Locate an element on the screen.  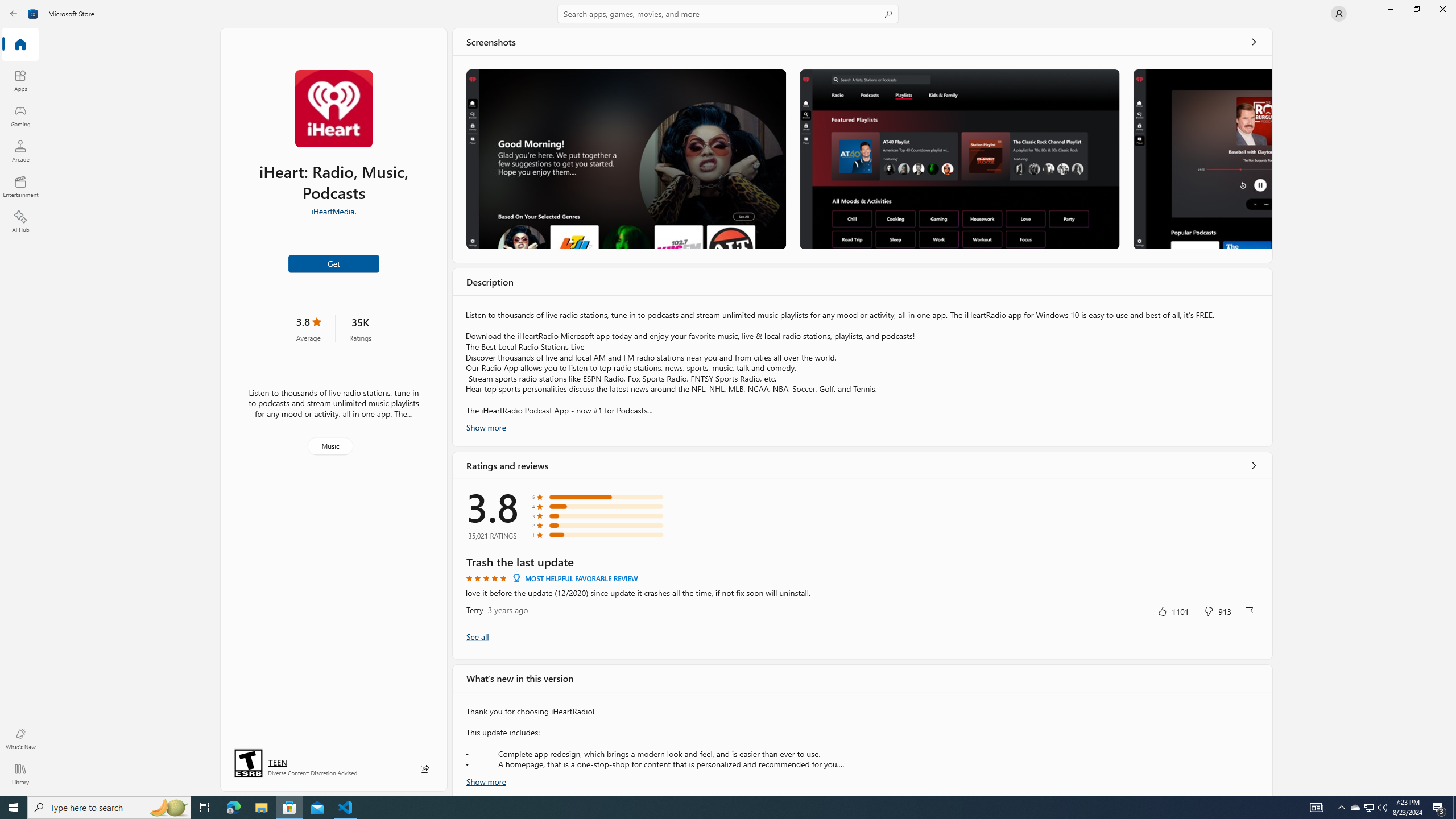
'Search' is located at coordinates (728, 13).